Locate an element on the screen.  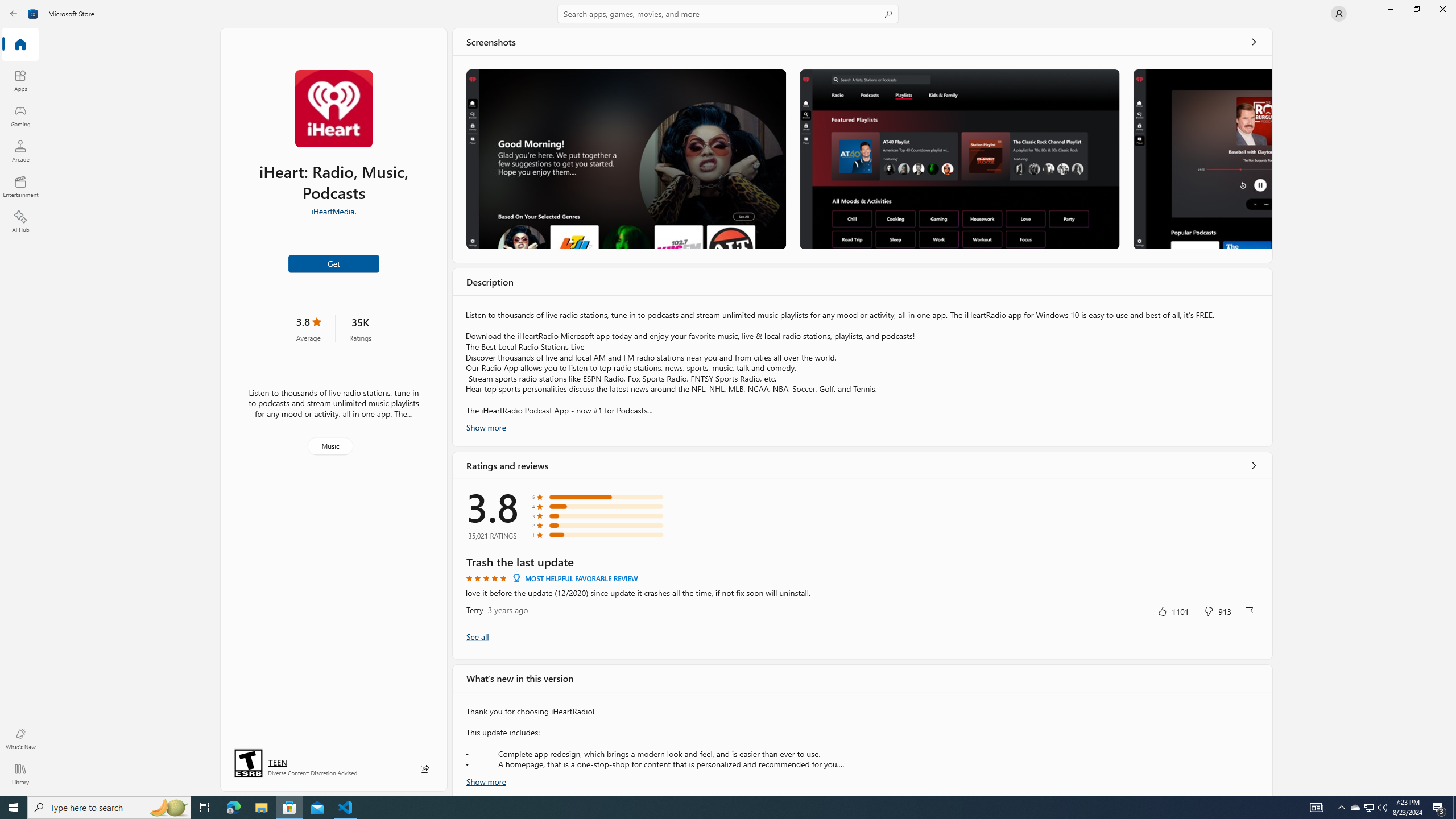
'Search' is located at coordinates (728, 13).